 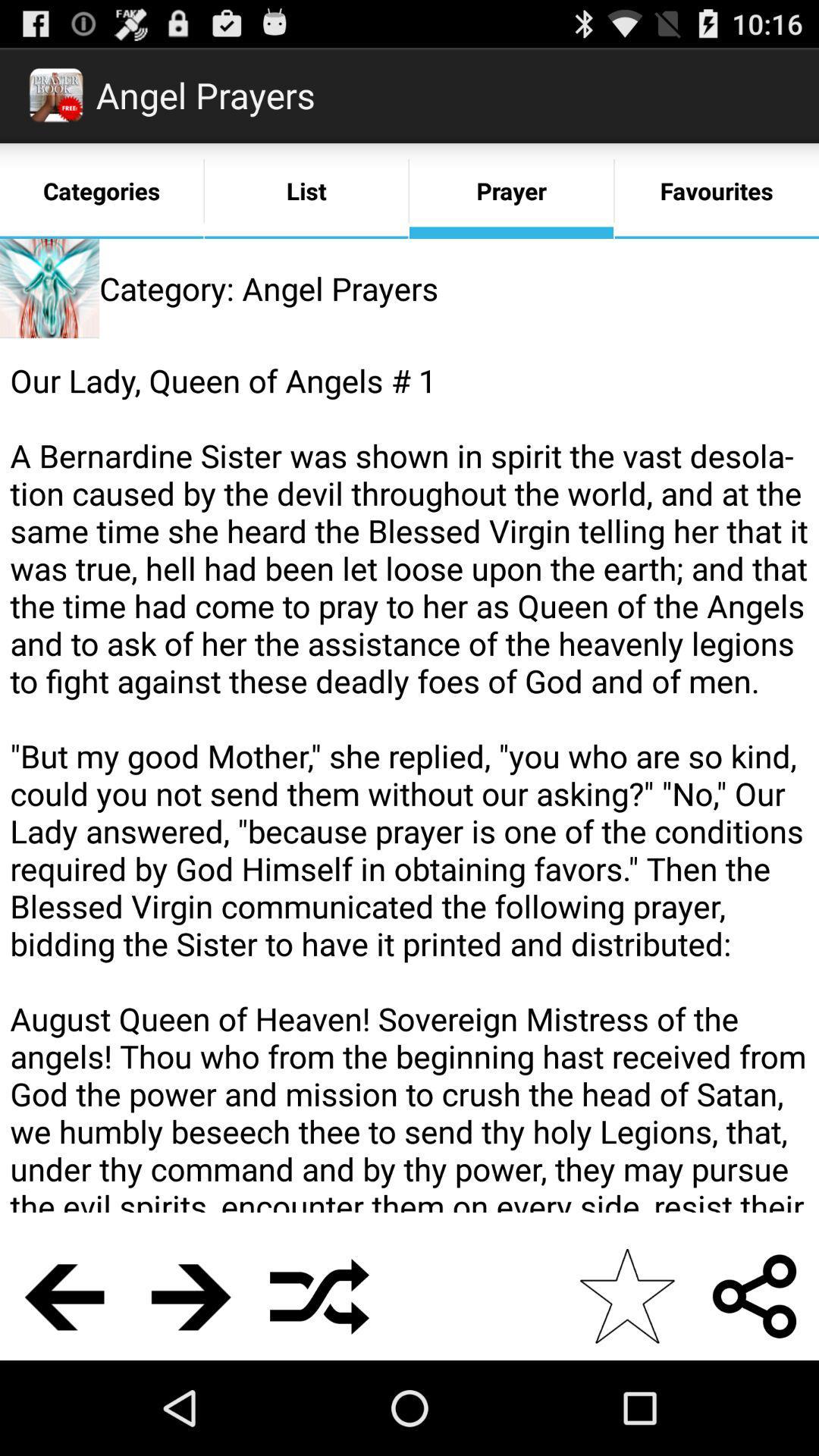 I want to click on icon at the bottom, so click(x=318, y=1295).